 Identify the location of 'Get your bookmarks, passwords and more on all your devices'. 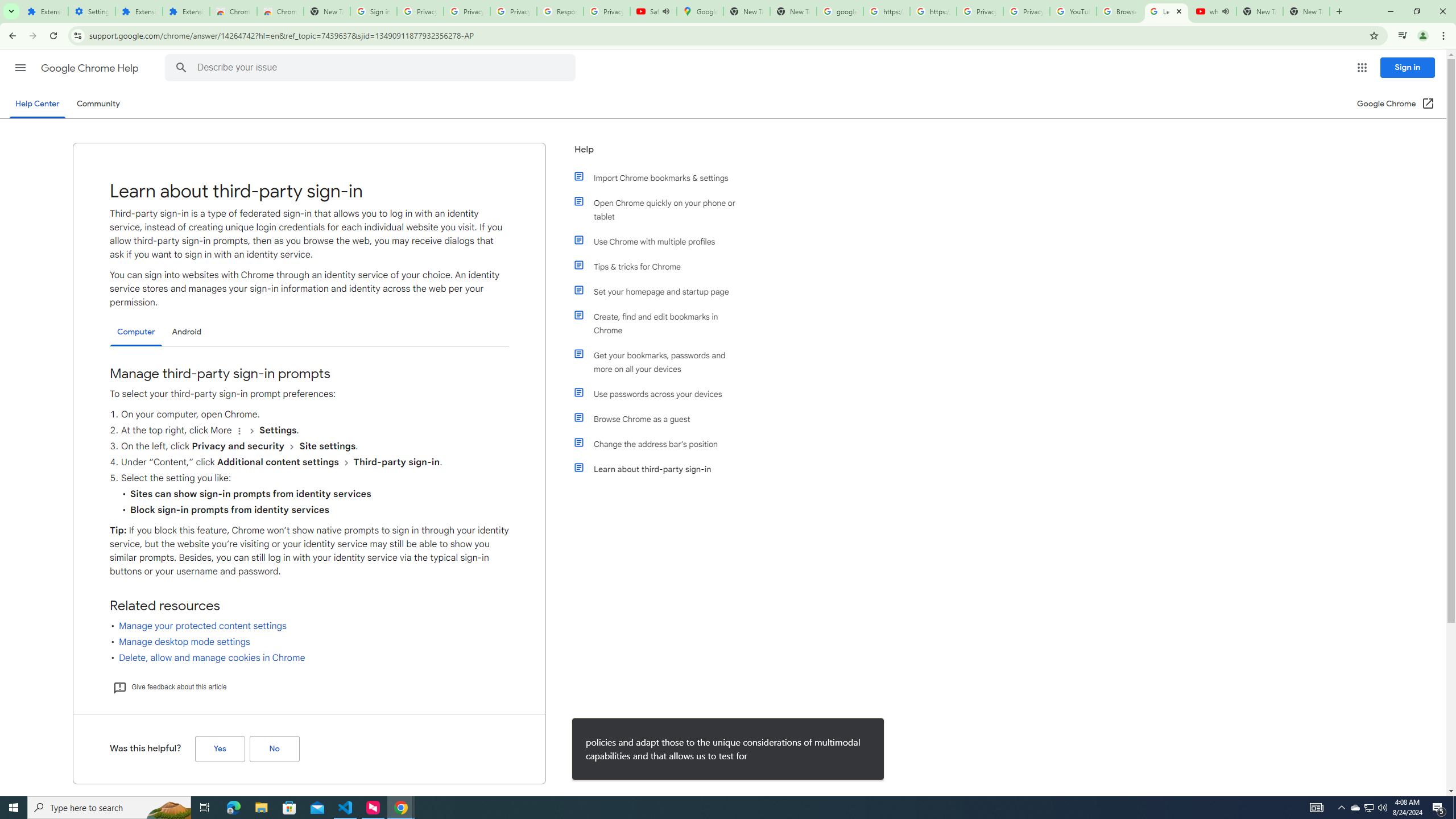
(661, 362).